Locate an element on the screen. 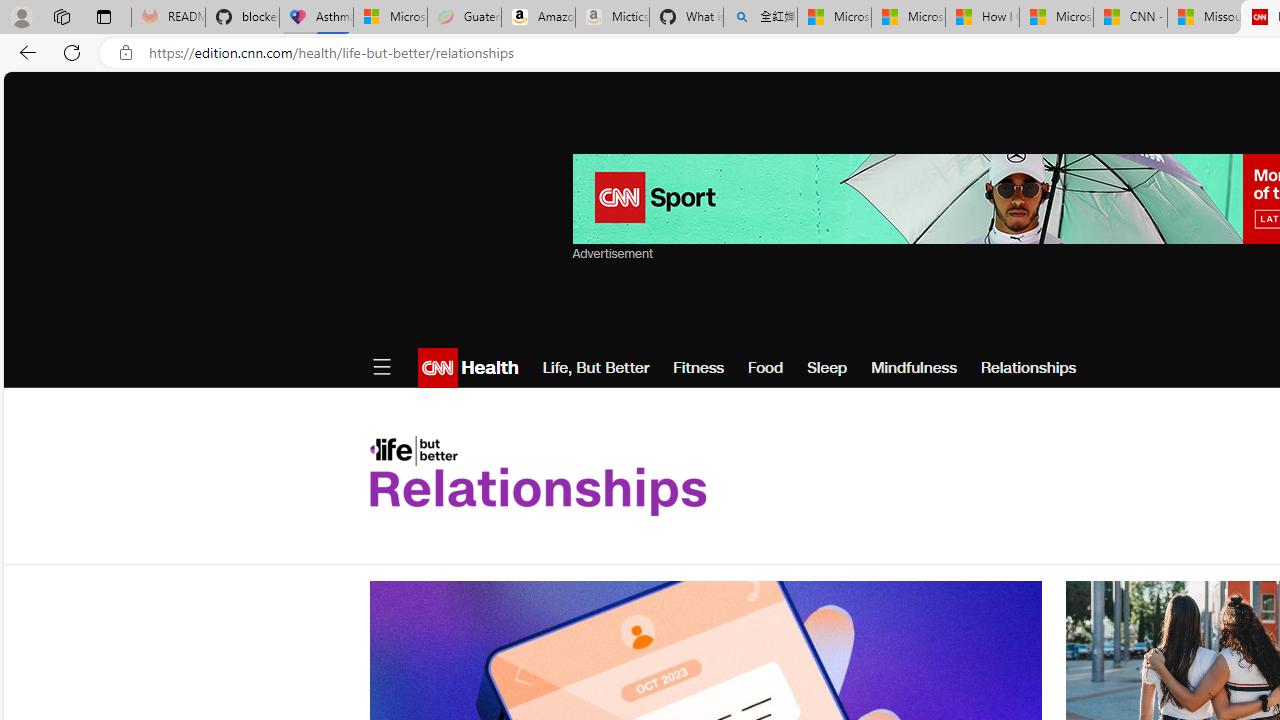 The width and height of the screenshot is (1280, 720). 'Mindfulness' is located at coordinates (912, 367).